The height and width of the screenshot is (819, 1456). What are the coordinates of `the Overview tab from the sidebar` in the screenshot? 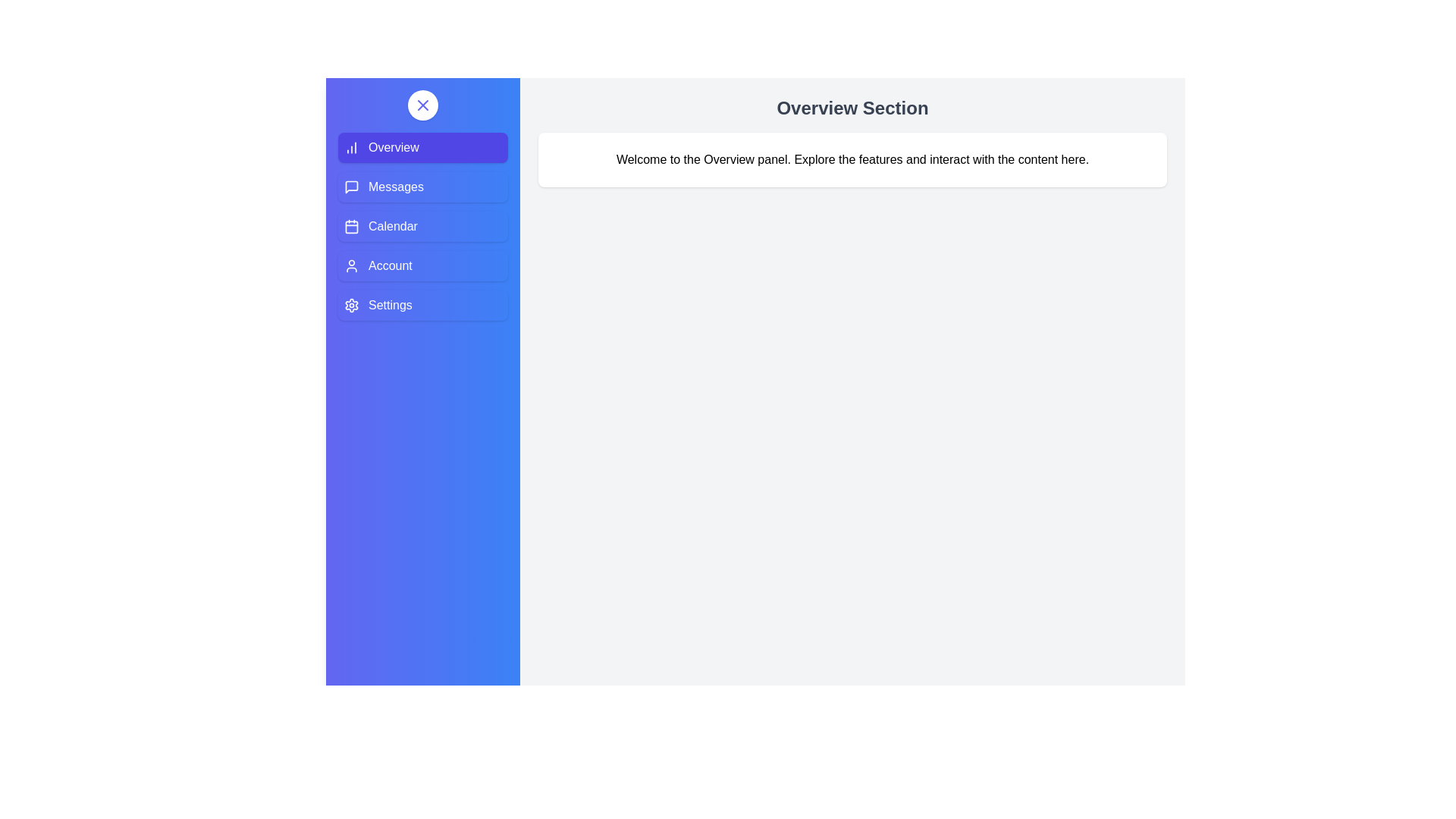 It's located at (422, 148).